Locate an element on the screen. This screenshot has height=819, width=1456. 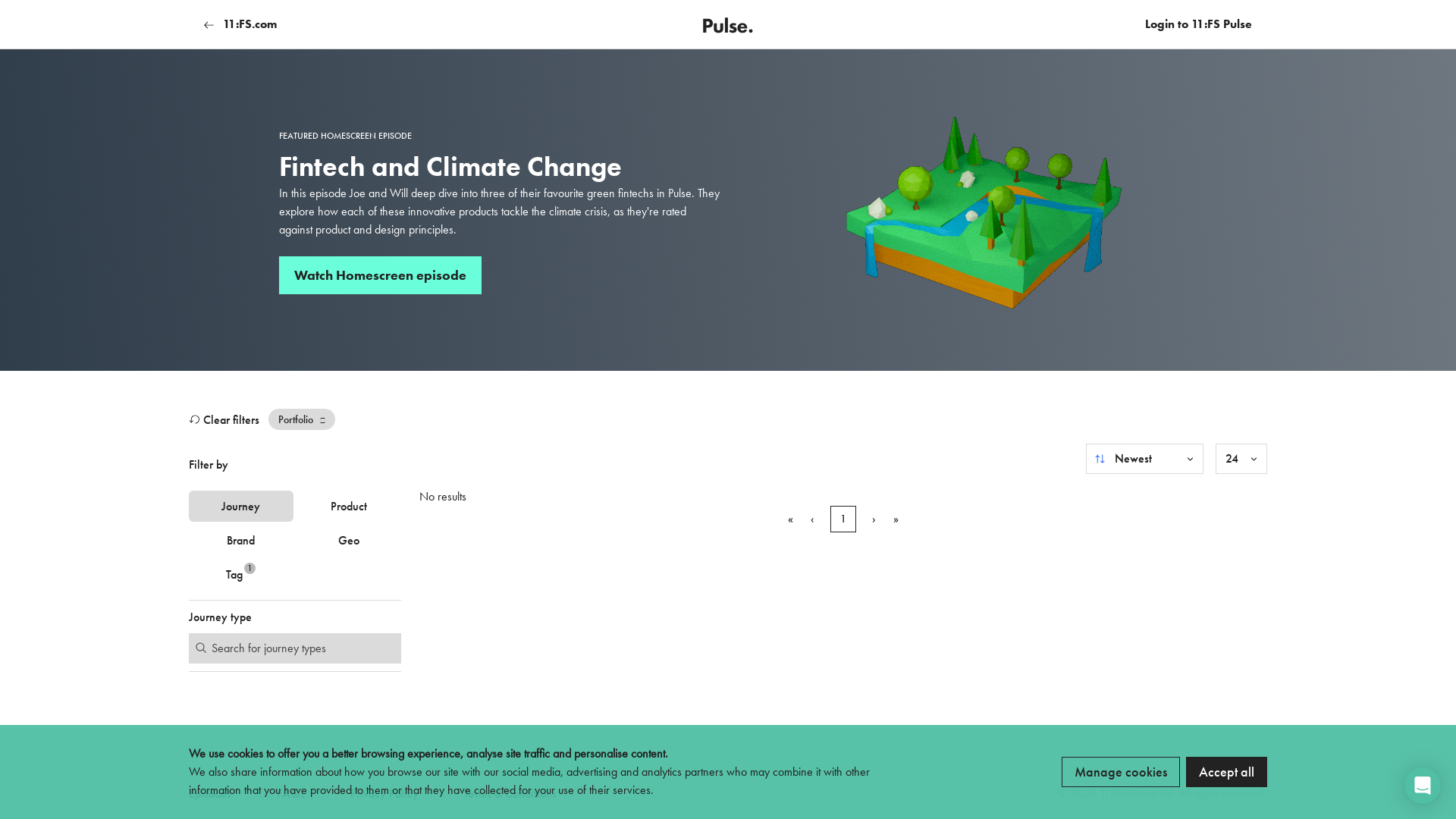
'Manage cookies' is located at coordinates (1121, 772).